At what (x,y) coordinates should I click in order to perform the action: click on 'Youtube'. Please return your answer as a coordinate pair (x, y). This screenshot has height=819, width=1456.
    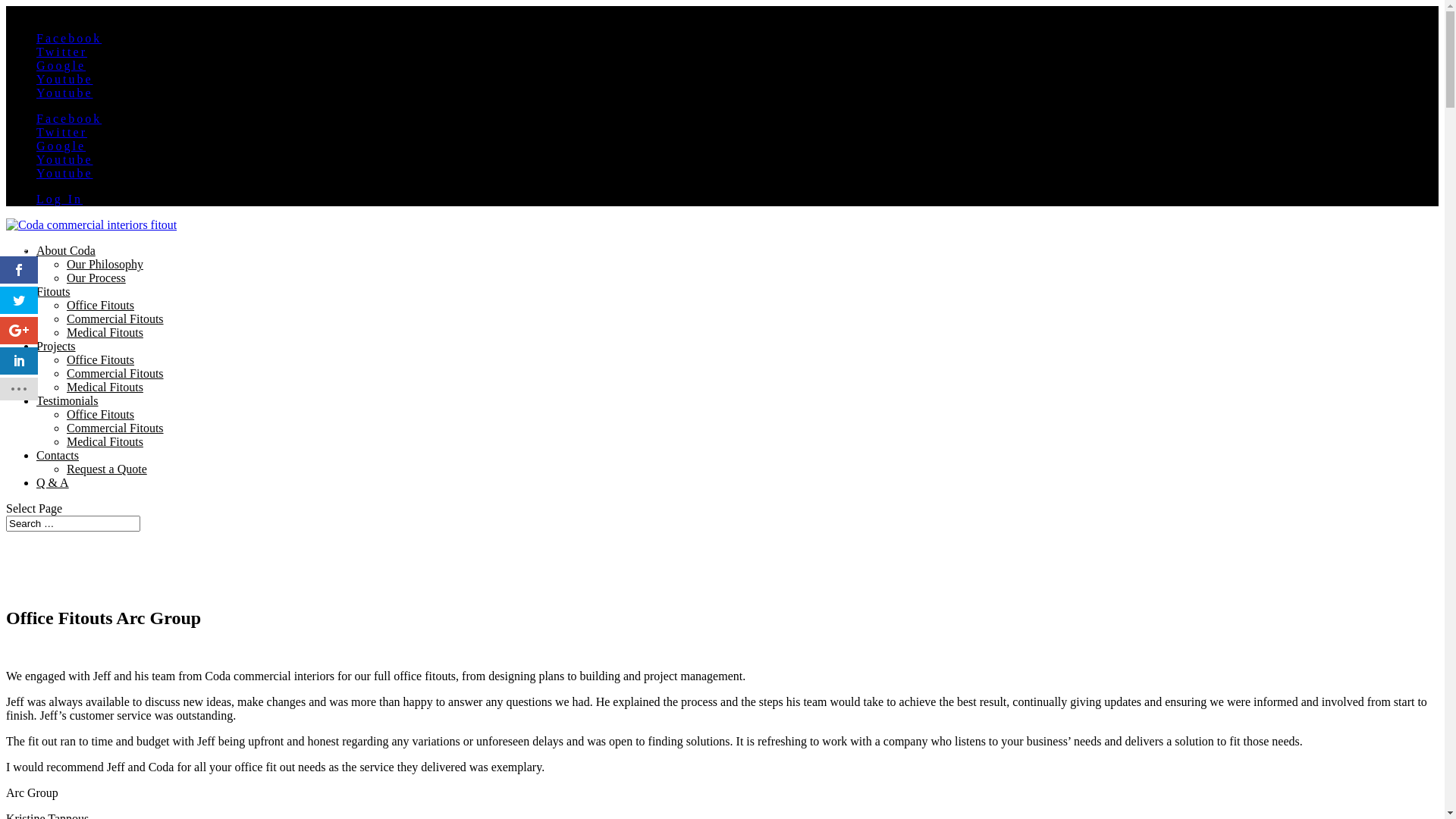
    Looking at the image, I should click on (64, 93).